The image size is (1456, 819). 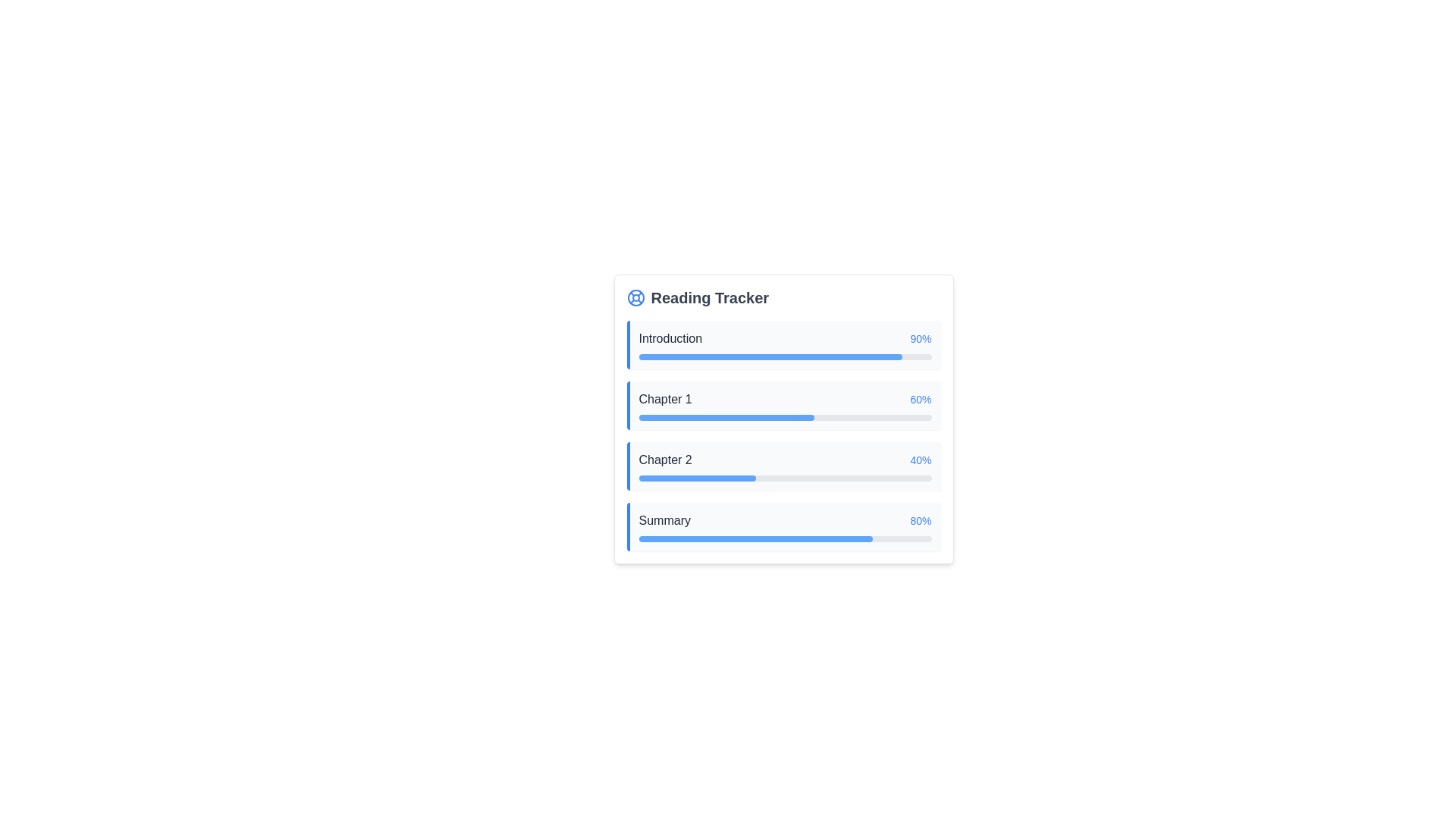 What do you see at coordinates (785, 418) in the screenshot?
I see `the horizontal progress bar indicating 60% progress located in the reading tracker section under the heading 'Chapter 1', aligned vertically below the text label '60%'` at bounding box center [785, 418].